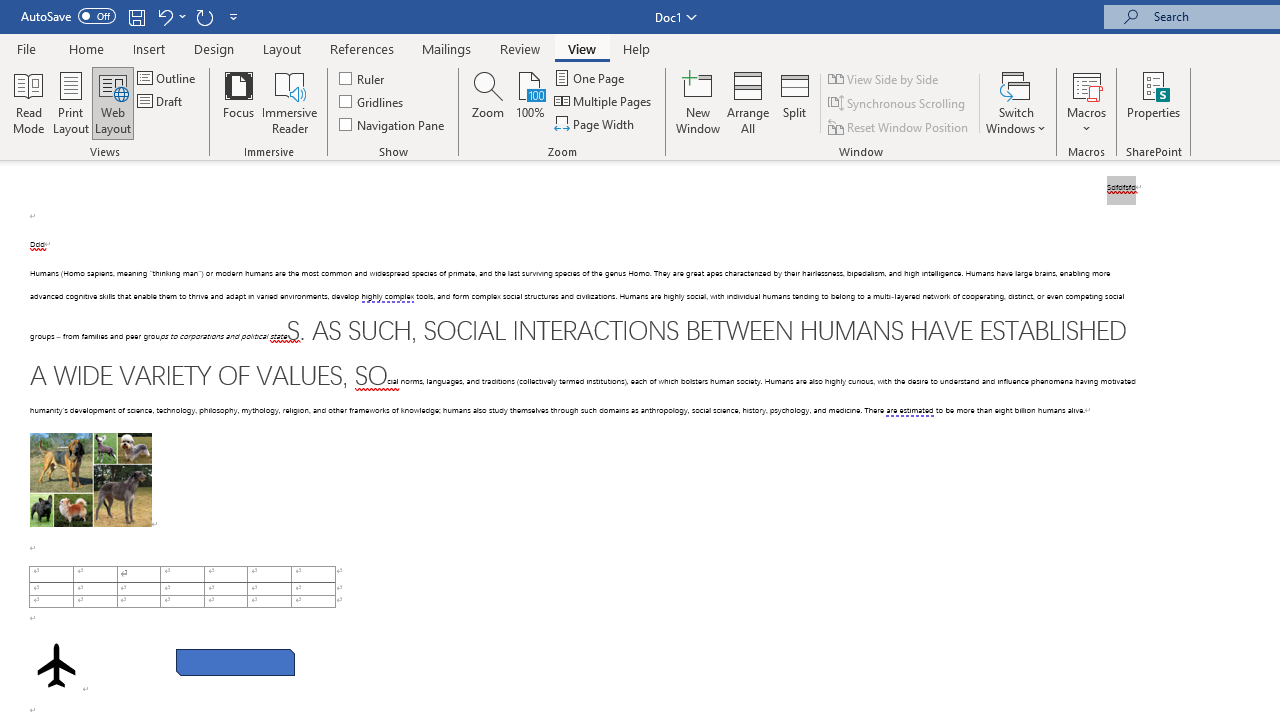 This screenshot has width=1280, height=720. What do you see at coordinates (897, 103) in the screenshot?
I see `'Synchronous Scrolling'` at bounding box center [897, 103].